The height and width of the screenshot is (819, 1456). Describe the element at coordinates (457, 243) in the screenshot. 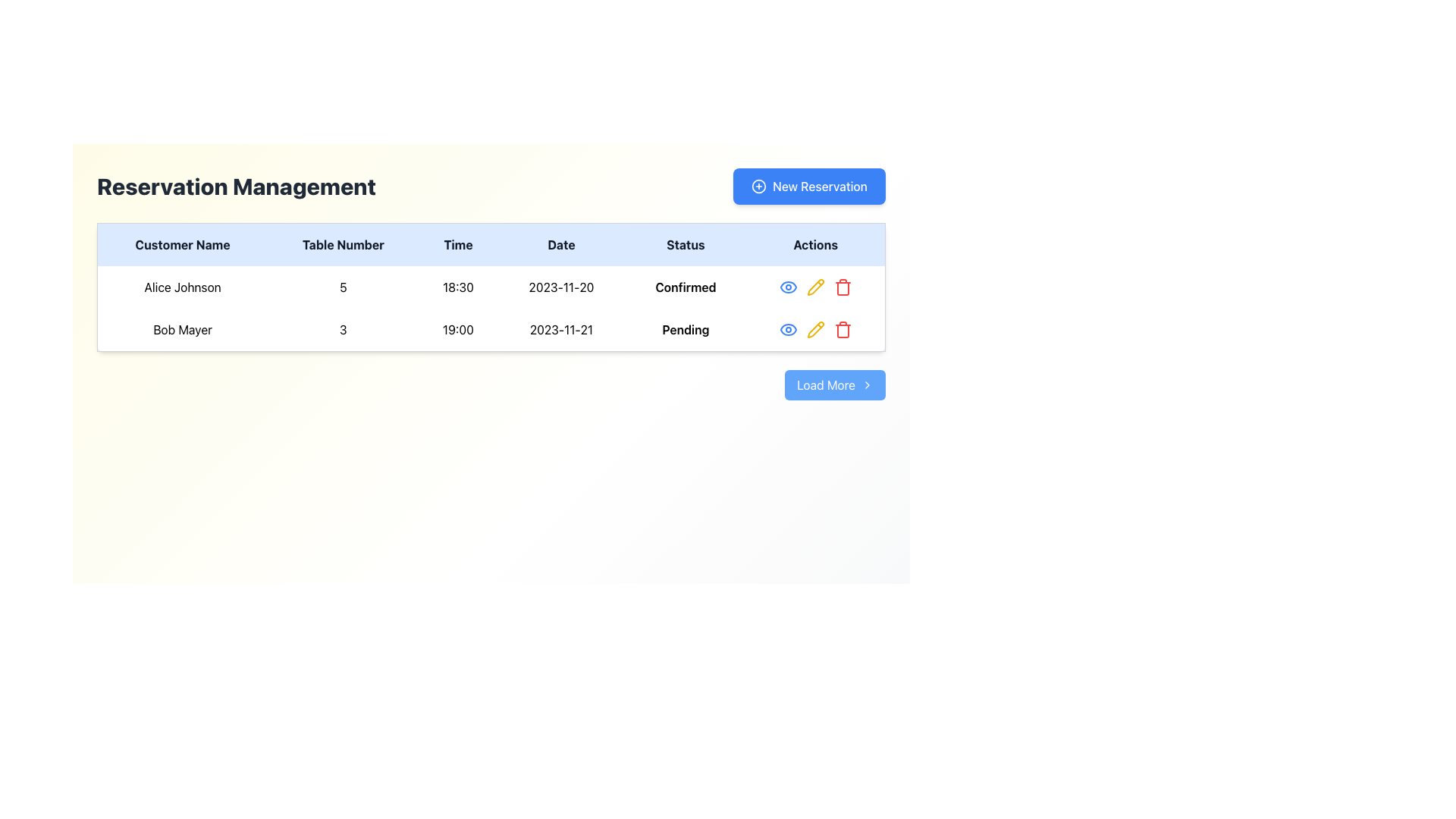

I see `the 'Time' header label in the table, which is positioned centrally between the 'Table Number' and 'Date' labels` at that location.